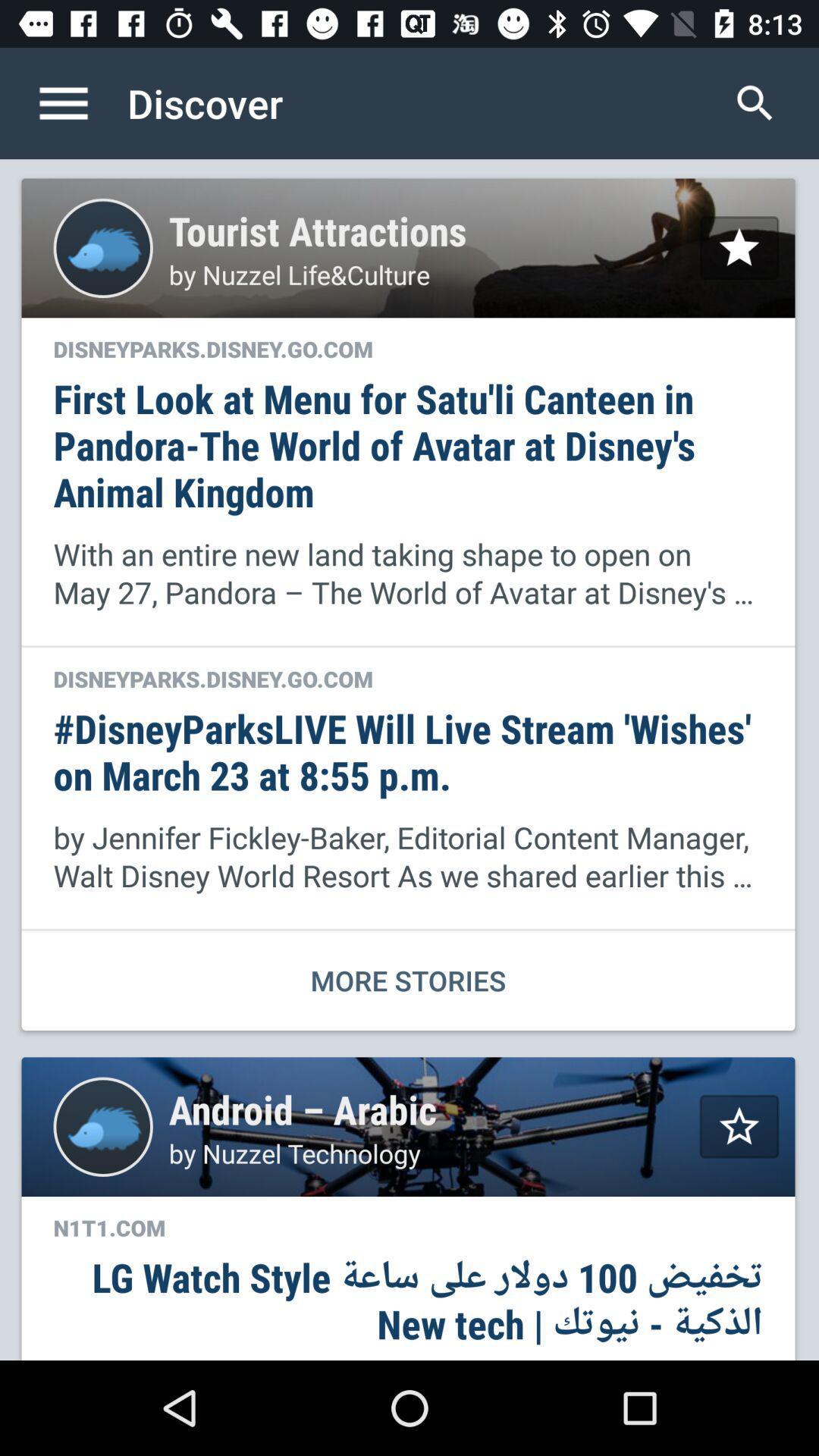 The width and height of the screenshot is (819, 1456). I want to click on more stories item, so click(407, 981).